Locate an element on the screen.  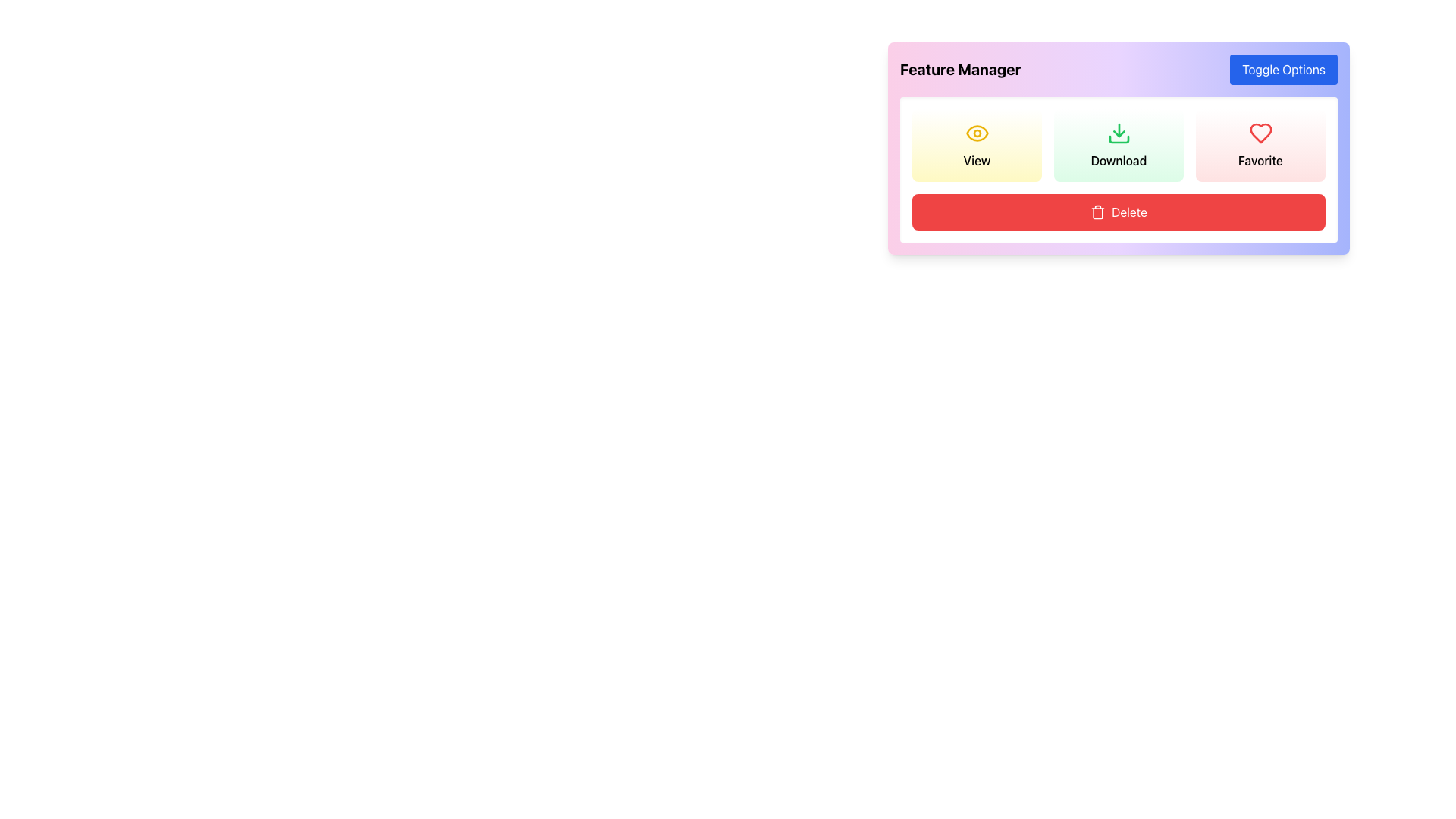
the icon in the 'View' section of the 'Feature Manager' interface, which represents an action related is located at coordinates (977, 133).